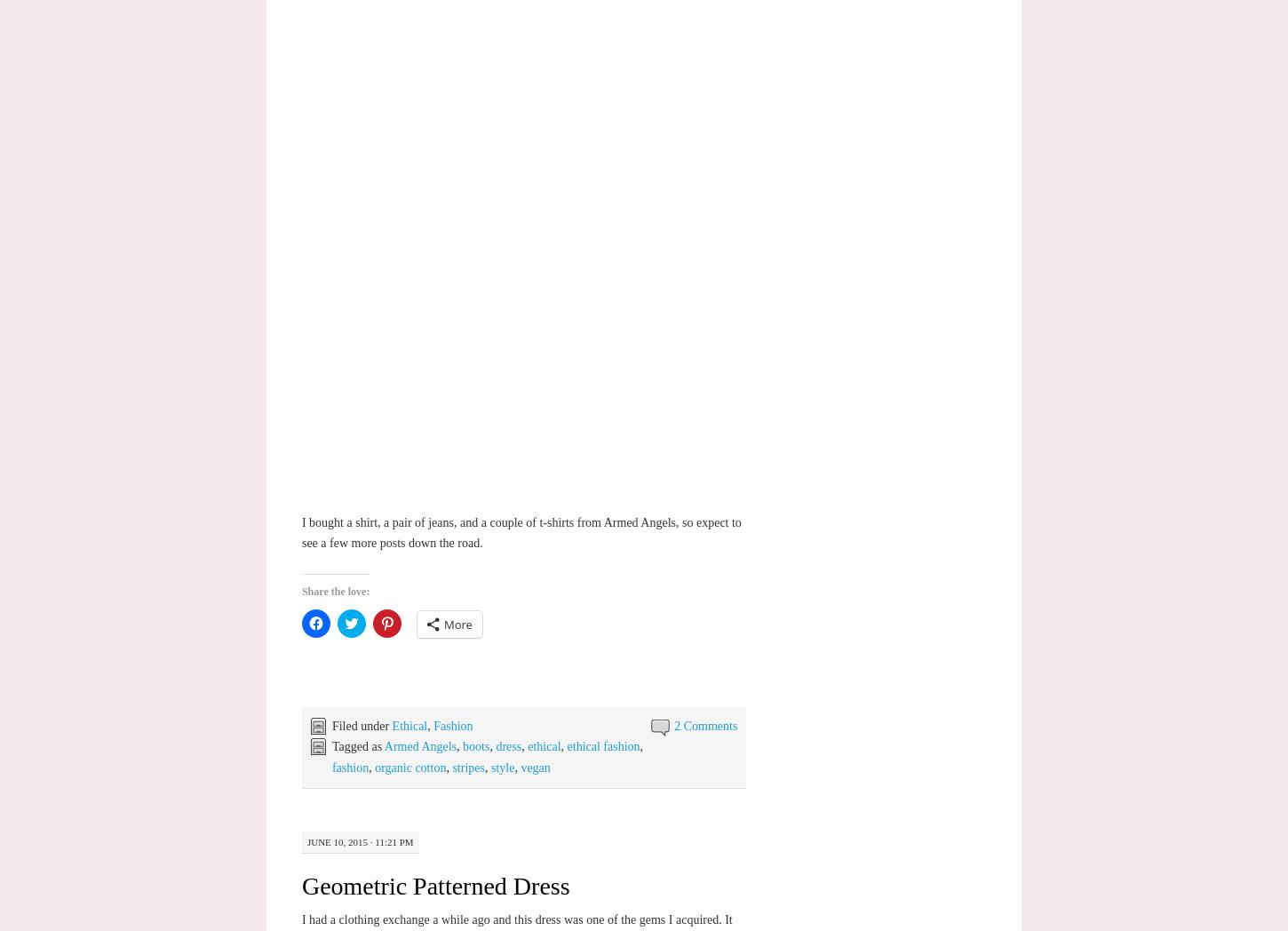 Image resolution: width=1288 pixels, height=931 pixels. I want to click on 'More', so click(457, 622).